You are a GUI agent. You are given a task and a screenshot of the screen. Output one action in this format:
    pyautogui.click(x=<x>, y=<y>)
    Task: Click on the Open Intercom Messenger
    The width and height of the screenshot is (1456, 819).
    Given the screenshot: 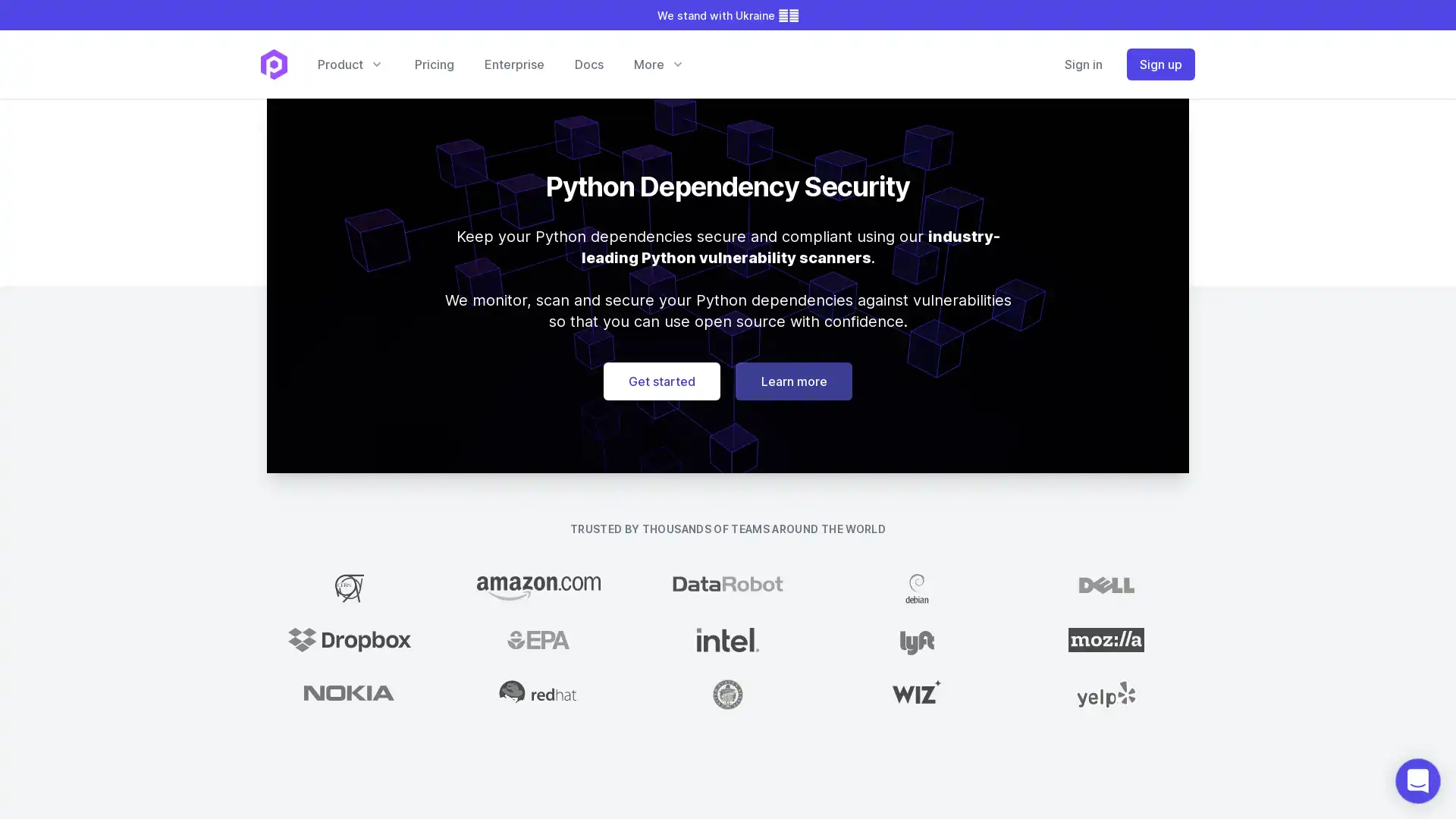 What is the action you would take?
    pyautogui.click(x=1417, y=780)
    